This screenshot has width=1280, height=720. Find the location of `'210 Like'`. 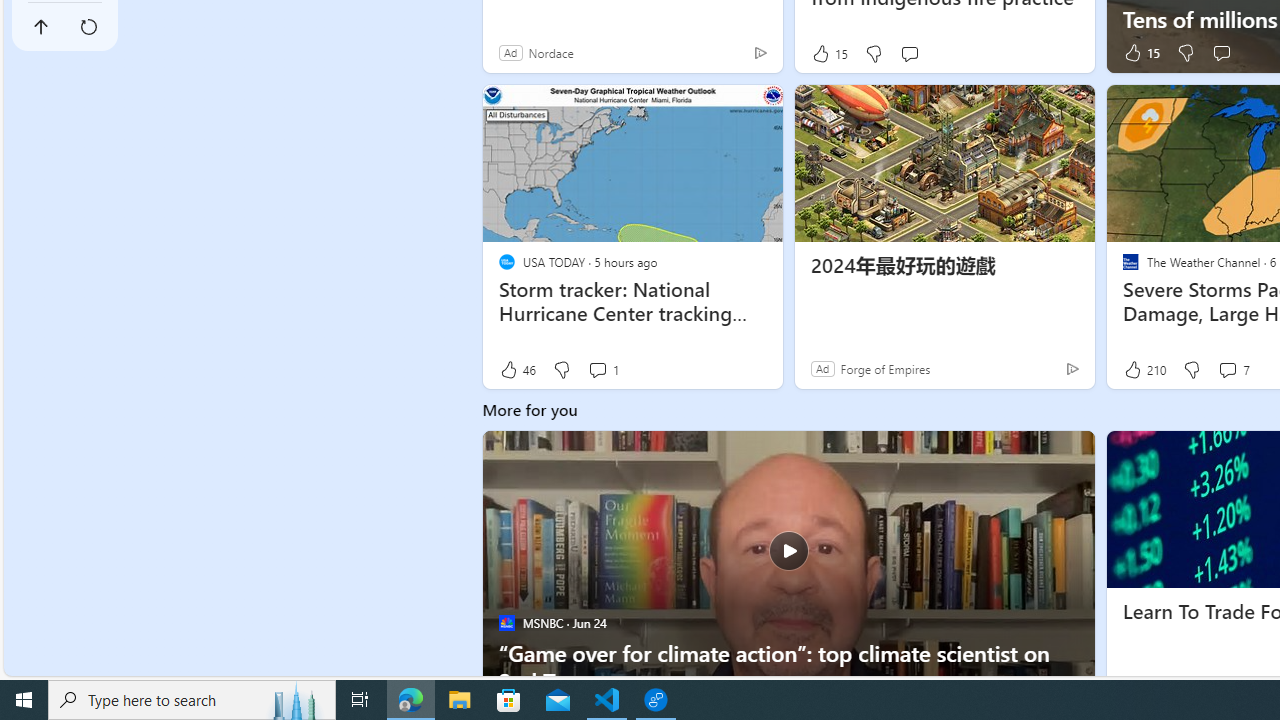

'210 Like' is located at coordinates (1143, 369).